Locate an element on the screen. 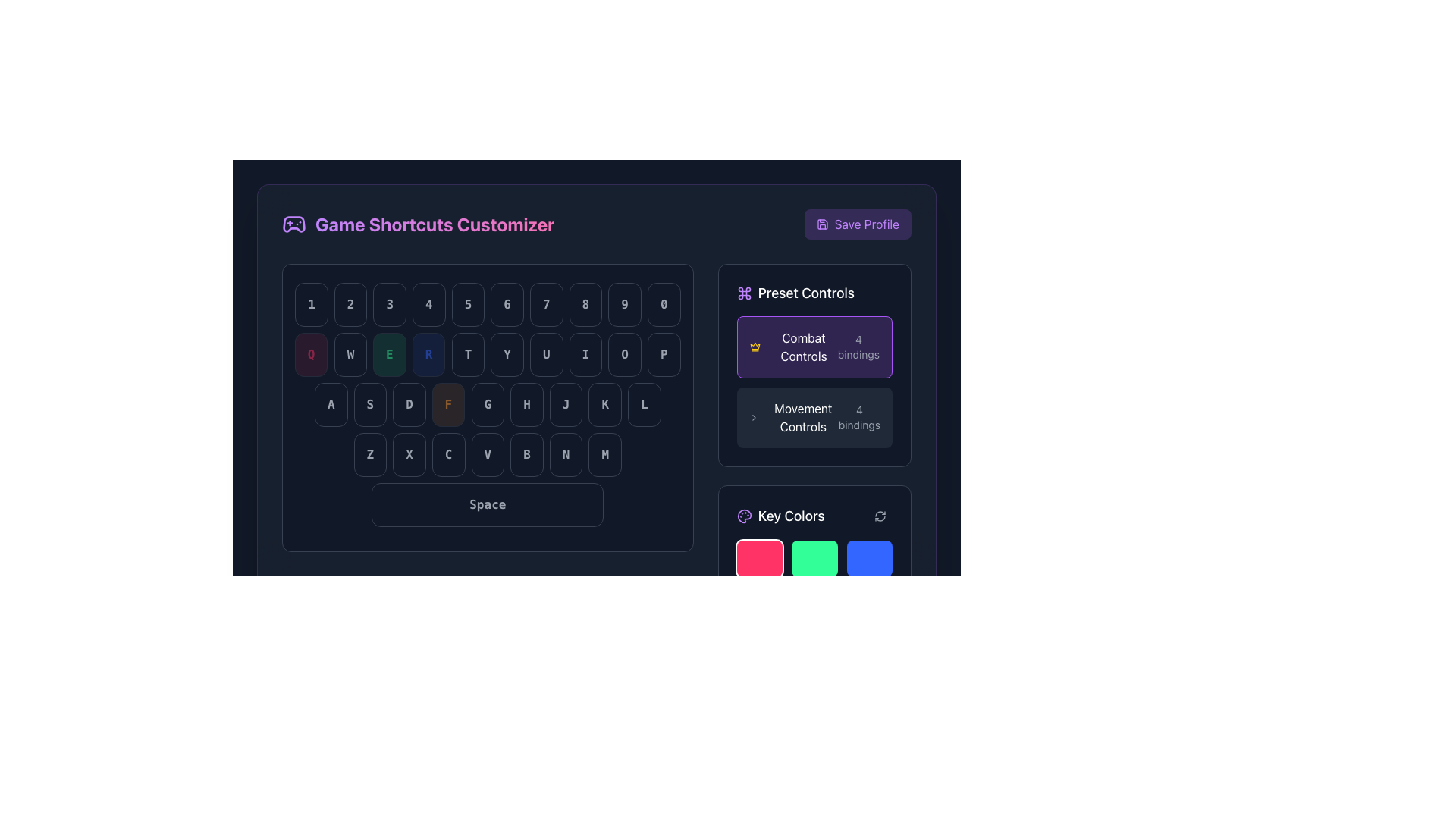 Image resolution: width=1456 pixels, height=819 pixels. the virtual keyboard key labeled 'W', which is the third key from the left in the row of keyboard keys, positioned beneath the 'Game Shortcuts Customizer' header is located at coordinates (350, 354).